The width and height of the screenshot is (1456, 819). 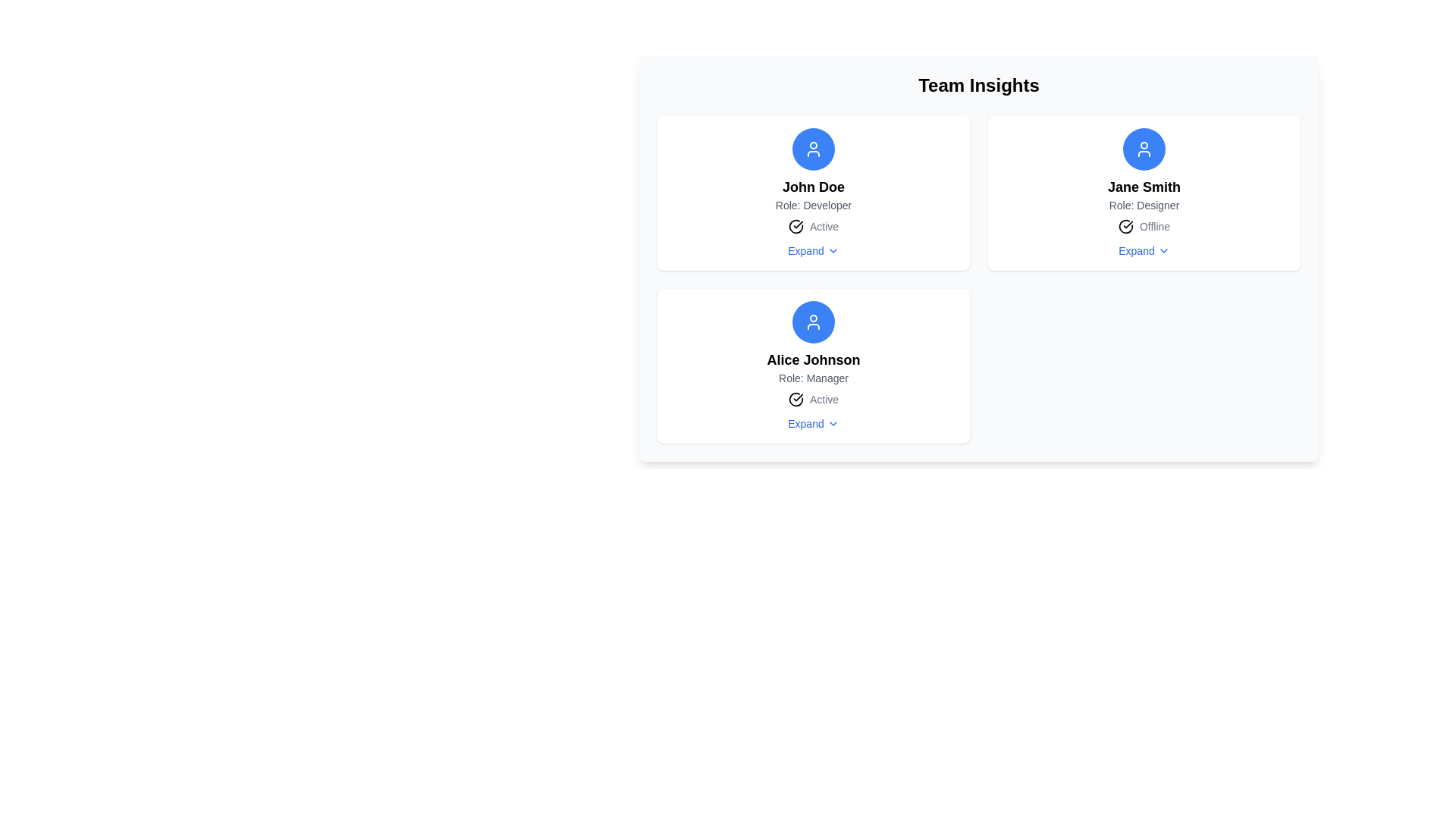 I want to click on the status indicator icon, which is a check mark within a circular outline, located to the left of the text 'Active' in Alice Johnson's user card, so click(x=795, y=399).